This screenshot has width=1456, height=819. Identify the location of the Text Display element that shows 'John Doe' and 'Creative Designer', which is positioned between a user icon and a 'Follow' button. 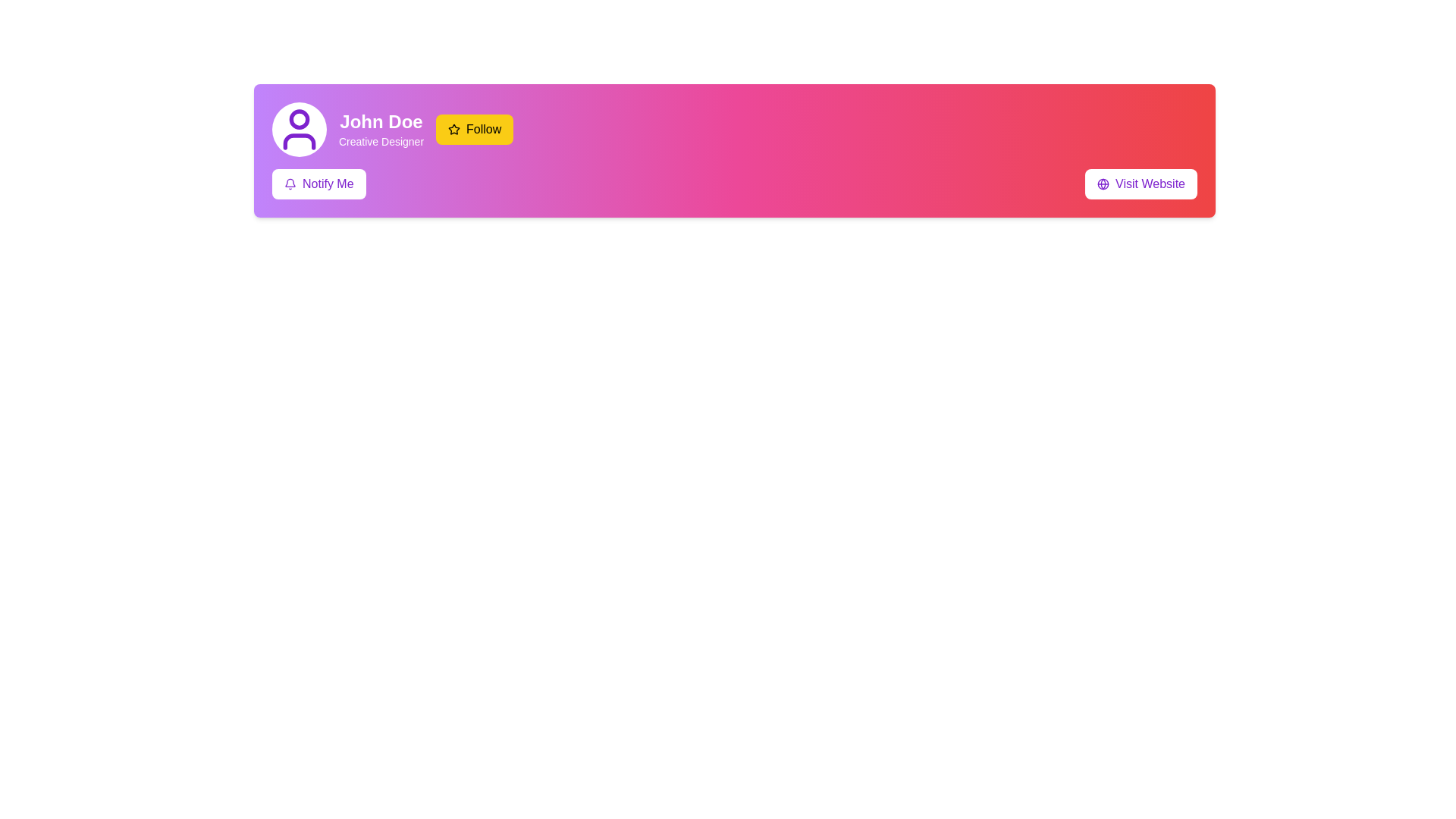
(381, 128).